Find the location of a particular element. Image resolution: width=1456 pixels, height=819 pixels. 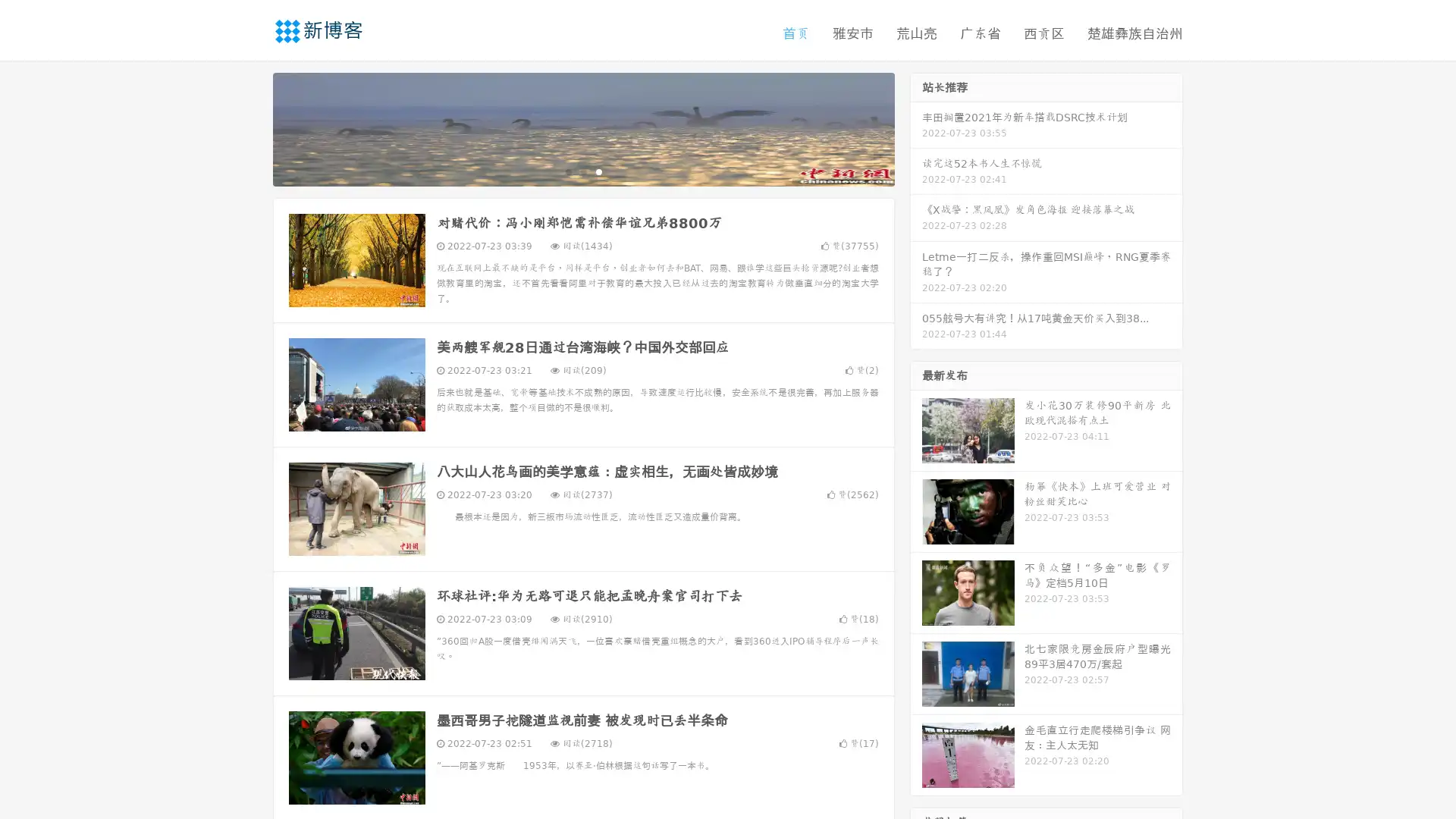

Go to slide 3 is located at coordinates (598, 171).